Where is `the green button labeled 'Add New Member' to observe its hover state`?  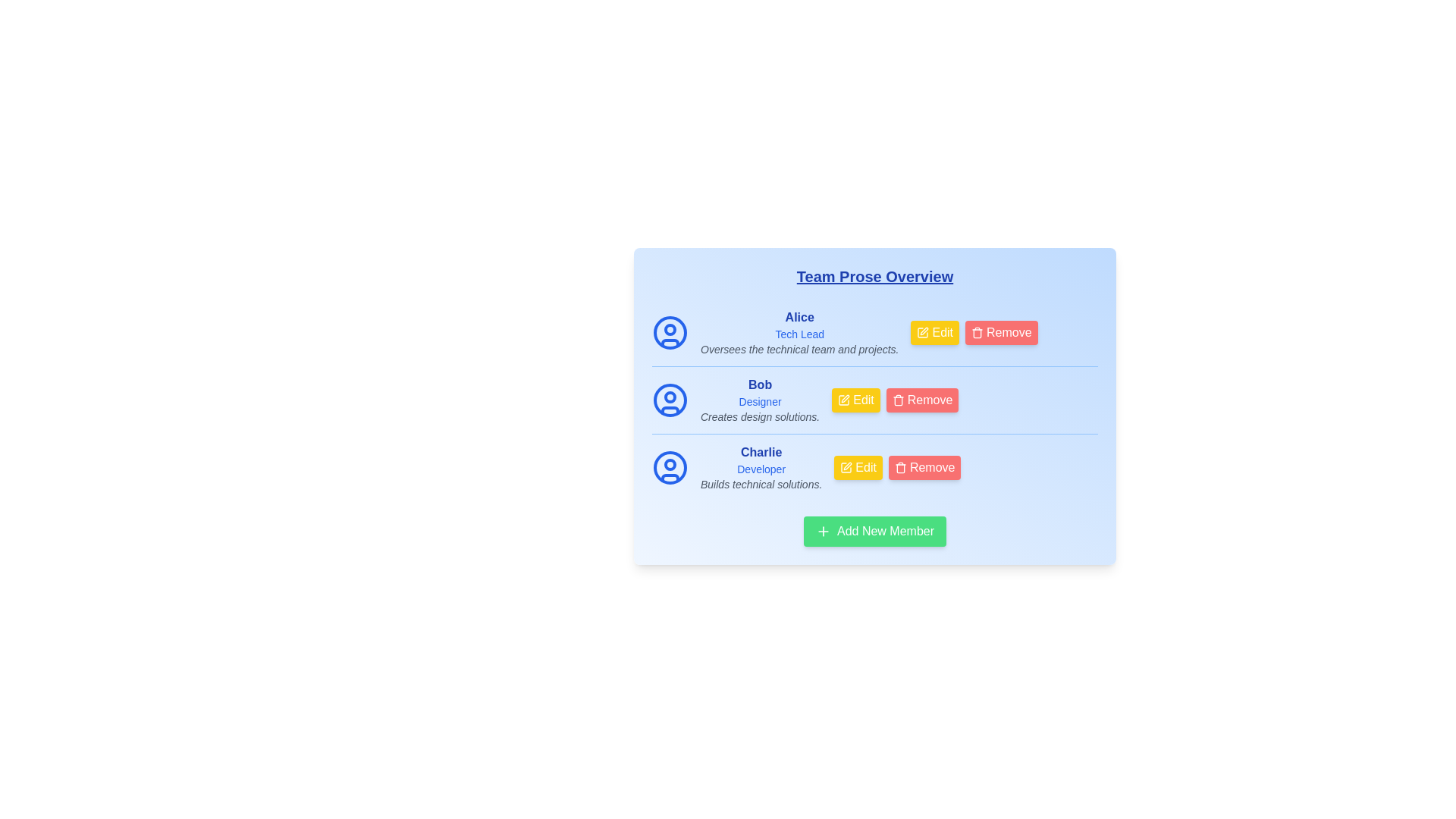 the green button labeled 'Add New Member' to observe its hover state is located at coordinates (874, 531).